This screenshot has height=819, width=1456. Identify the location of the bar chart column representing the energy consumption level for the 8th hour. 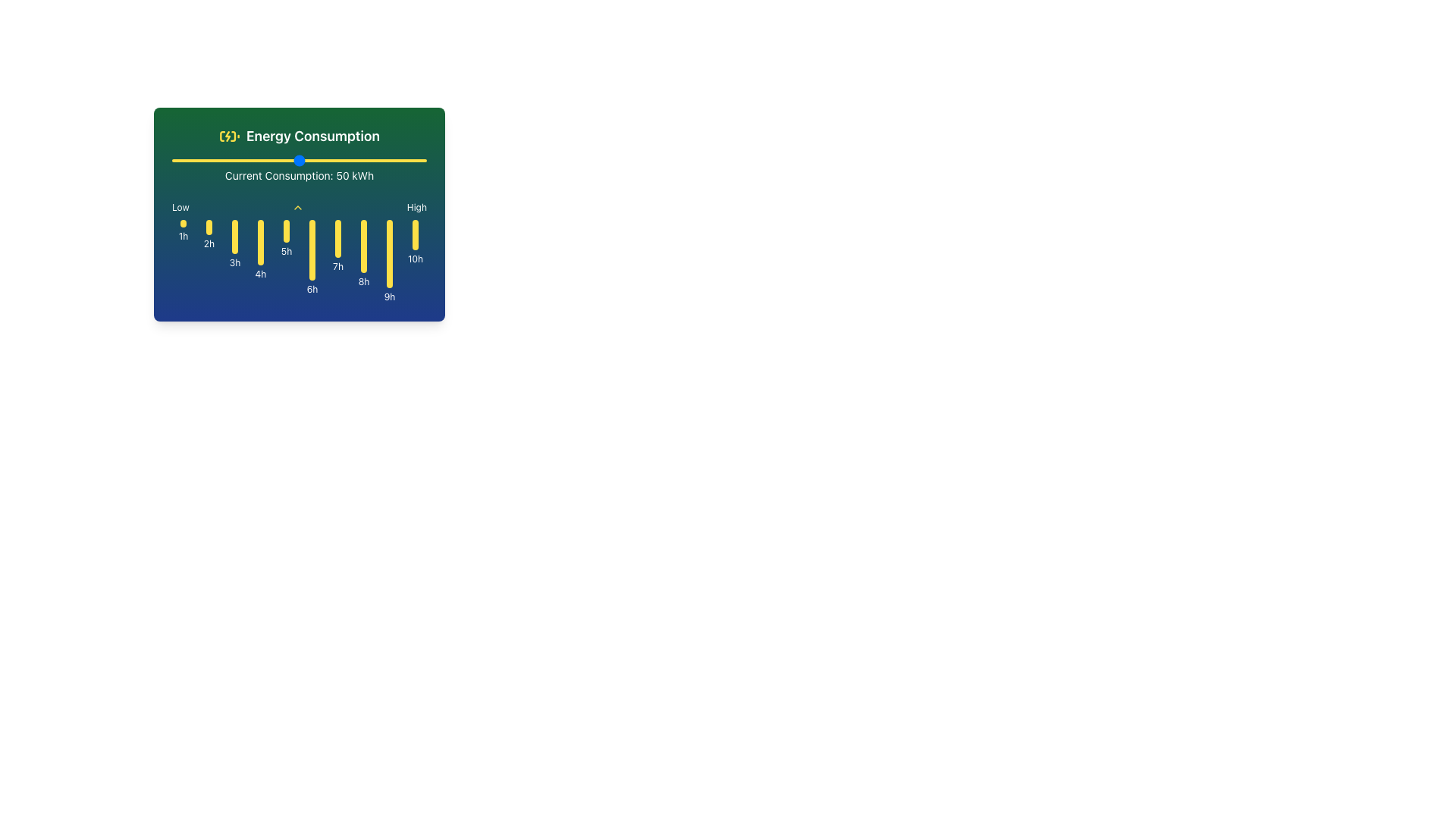
(364, 260).